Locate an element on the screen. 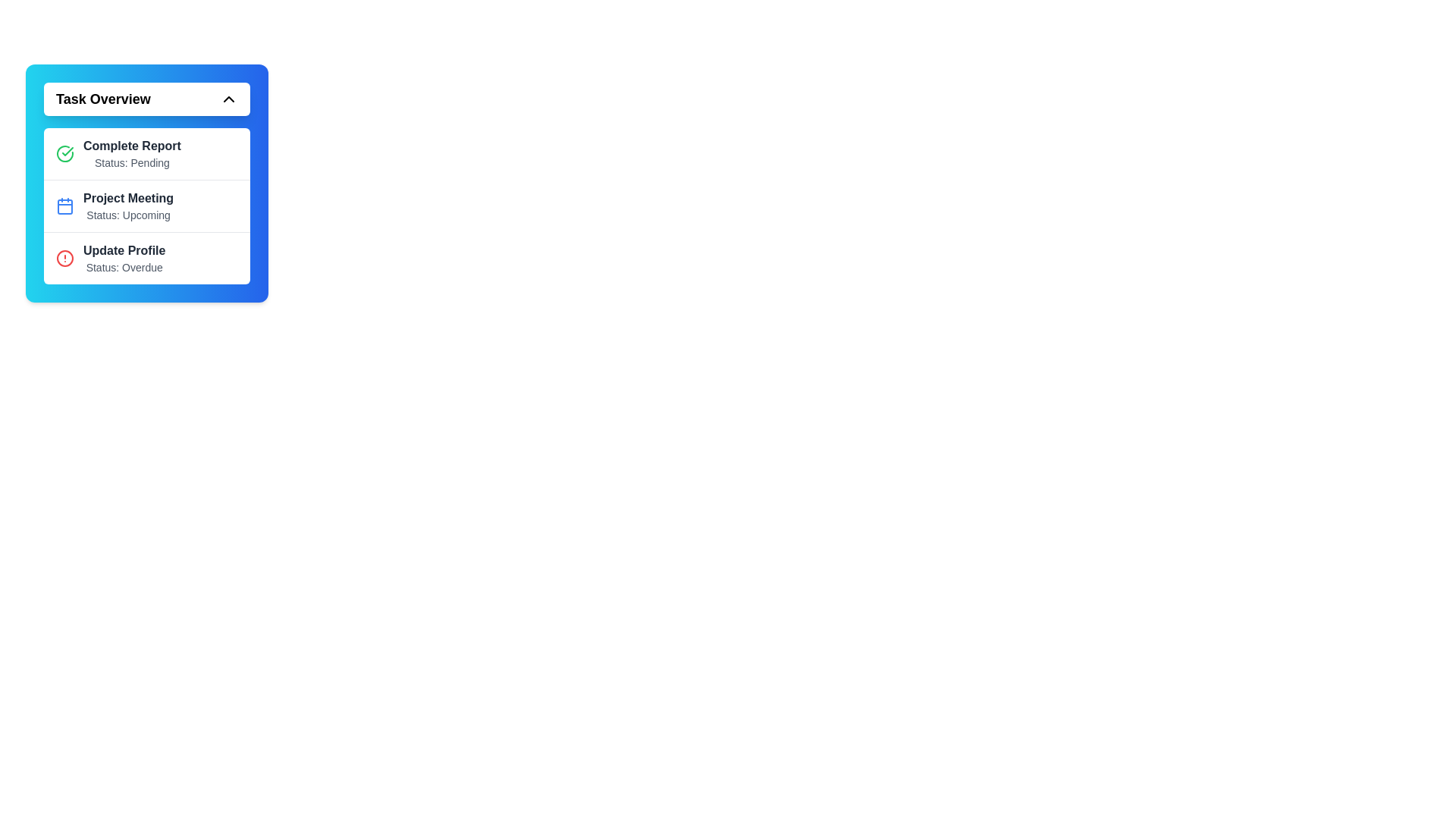 Image resolution: width=1456 pixels, height=819 pixels. the task icon for Complete Report is located at coordinates (64, 154).